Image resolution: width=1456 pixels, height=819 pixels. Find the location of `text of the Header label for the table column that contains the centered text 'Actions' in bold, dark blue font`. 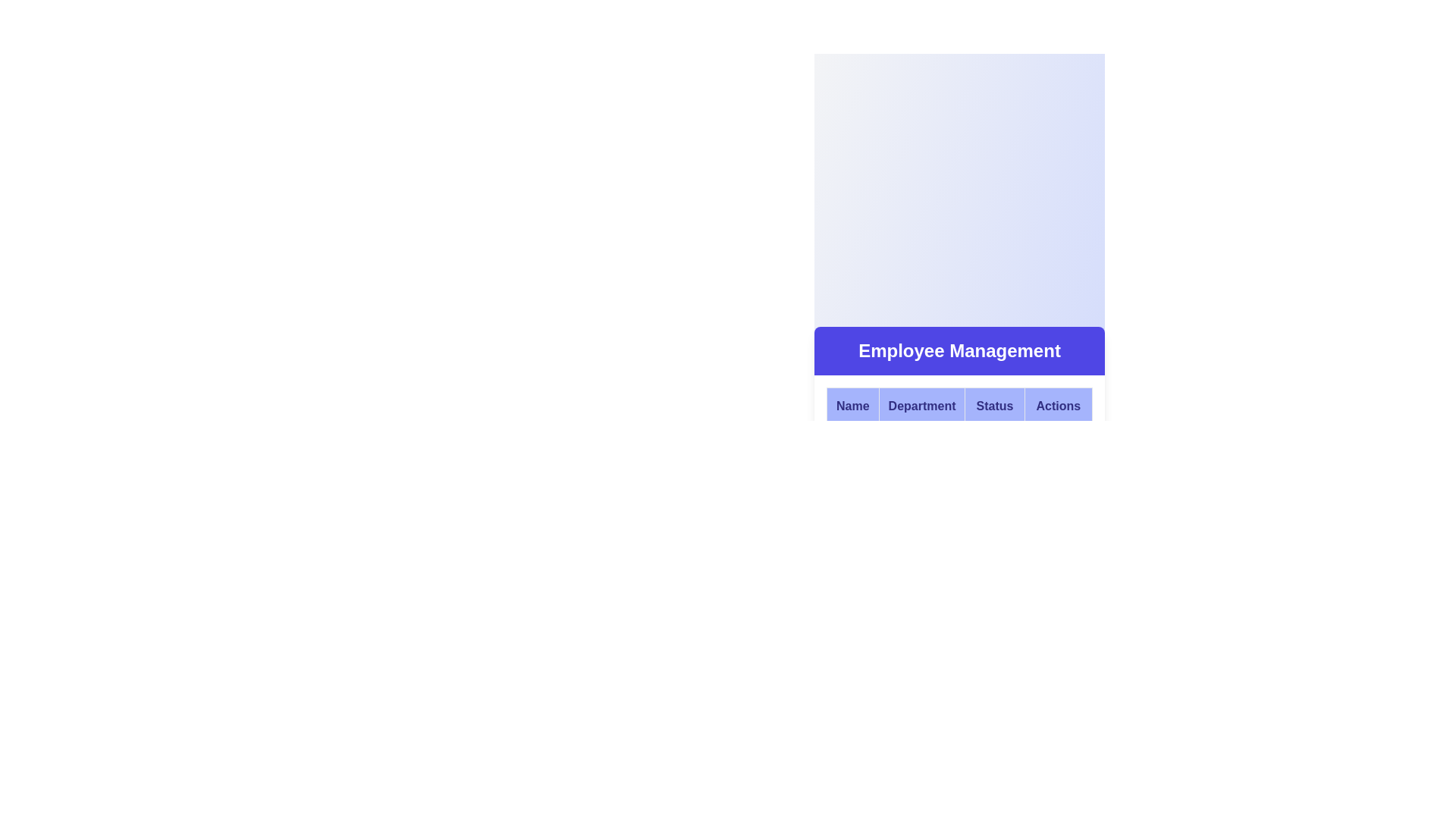

text of the Header label for the table column that contains the centered text 'Actions' in bold, dark blue font is located at coordinates (1057, 405).